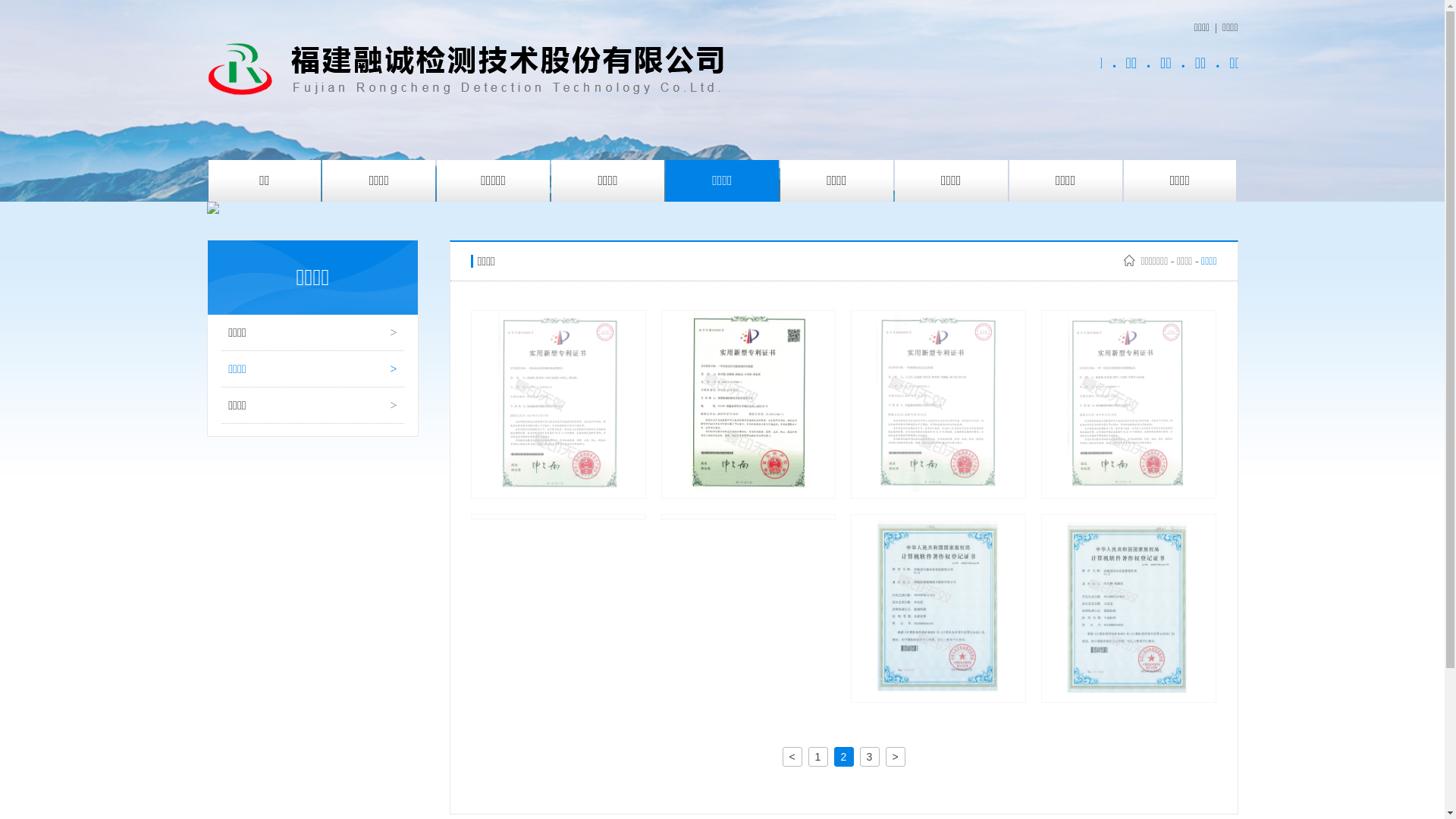 This screenshot has height=819, width=1456. What do you see at coordinates (807, 757) in the screenshot?
I see `'1'` at bounding box center [807, 757].